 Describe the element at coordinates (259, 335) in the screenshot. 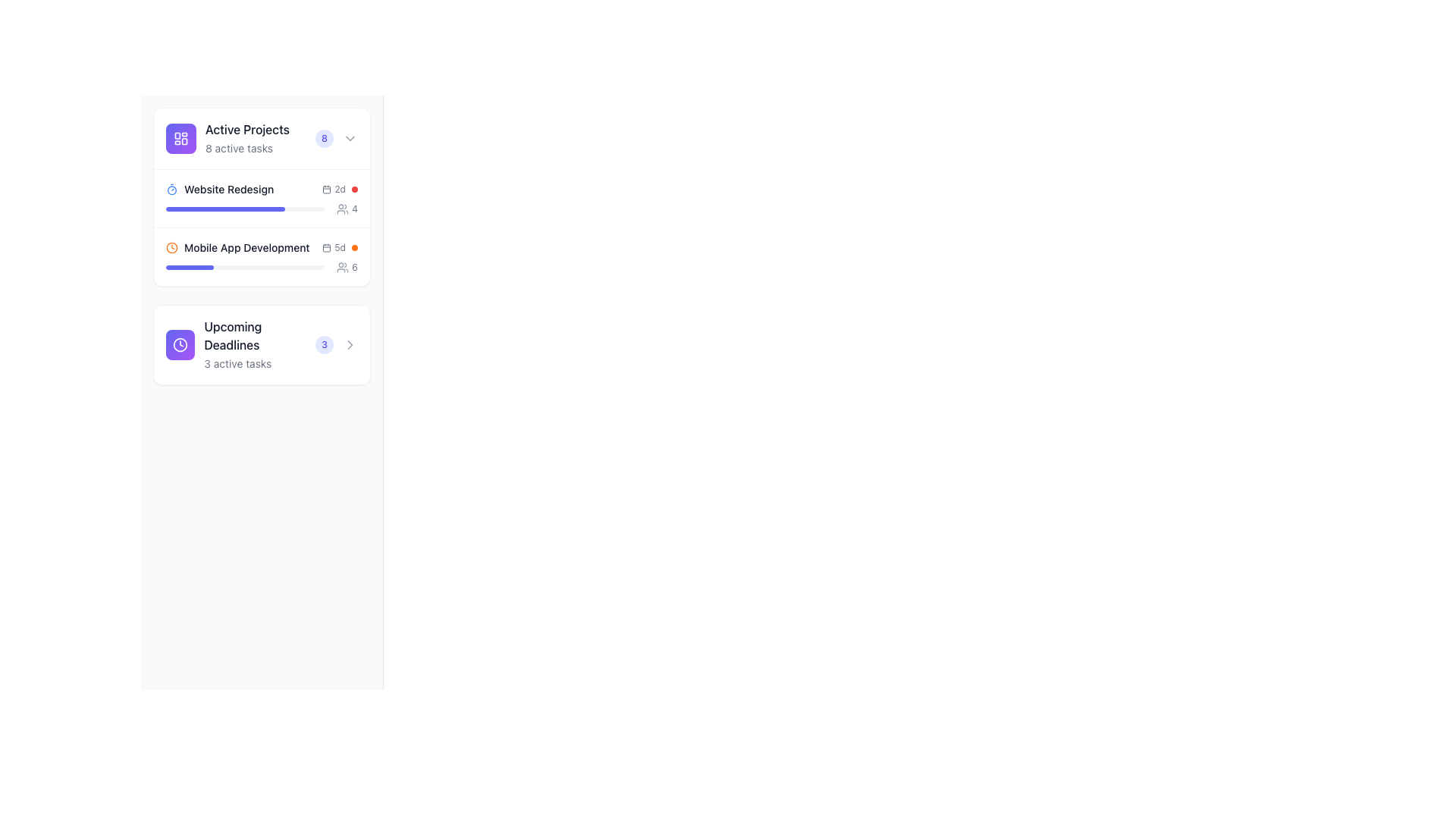

I see `the Text label that serves as the heading for the section summarizing upcoming deadlines in the user's tasks, located above '3 active tasks' in the task list card` at that location.